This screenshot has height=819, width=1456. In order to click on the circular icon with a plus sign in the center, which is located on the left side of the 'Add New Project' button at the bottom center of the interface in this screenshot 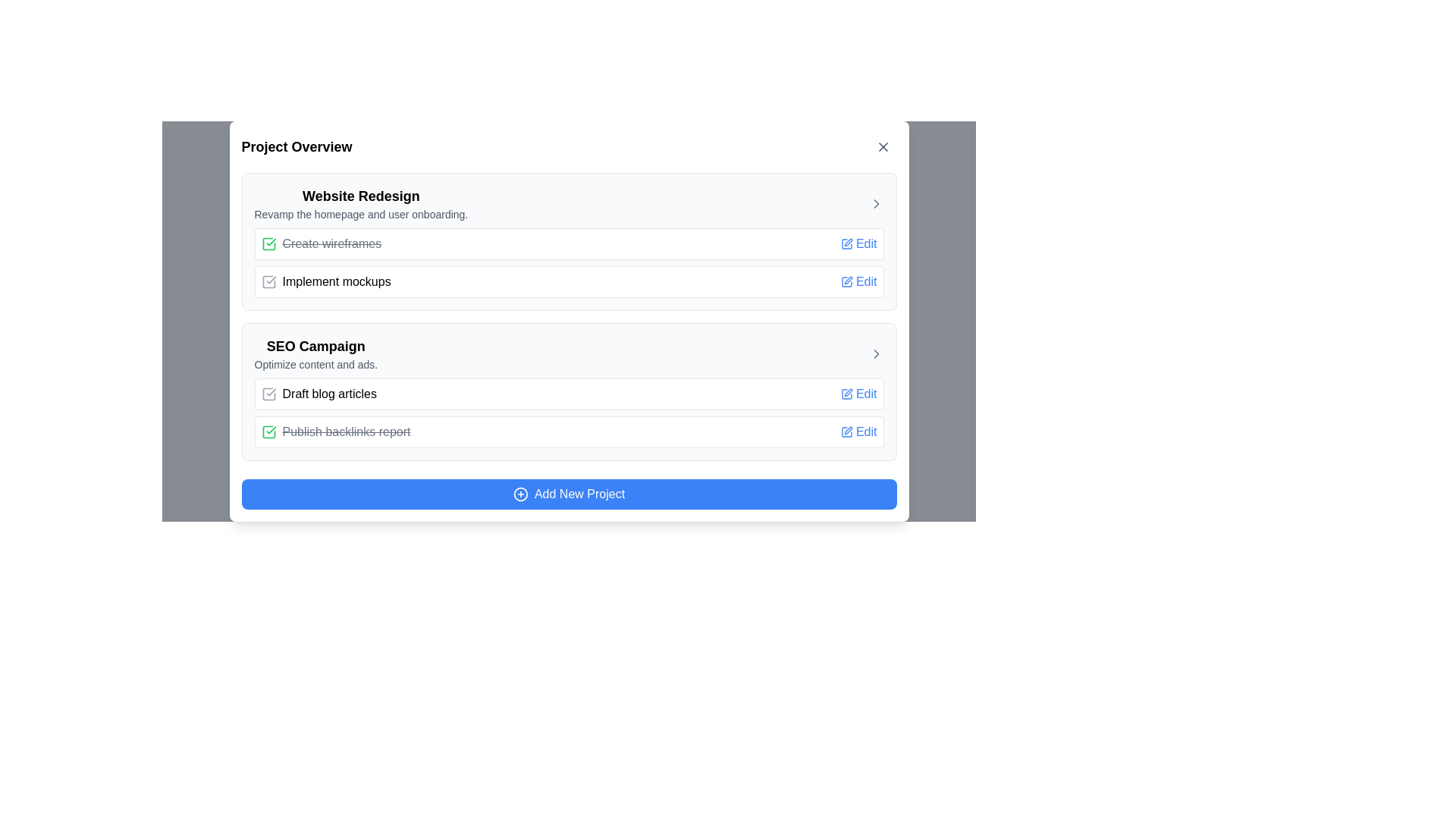, I will do `click(520, 494)`.